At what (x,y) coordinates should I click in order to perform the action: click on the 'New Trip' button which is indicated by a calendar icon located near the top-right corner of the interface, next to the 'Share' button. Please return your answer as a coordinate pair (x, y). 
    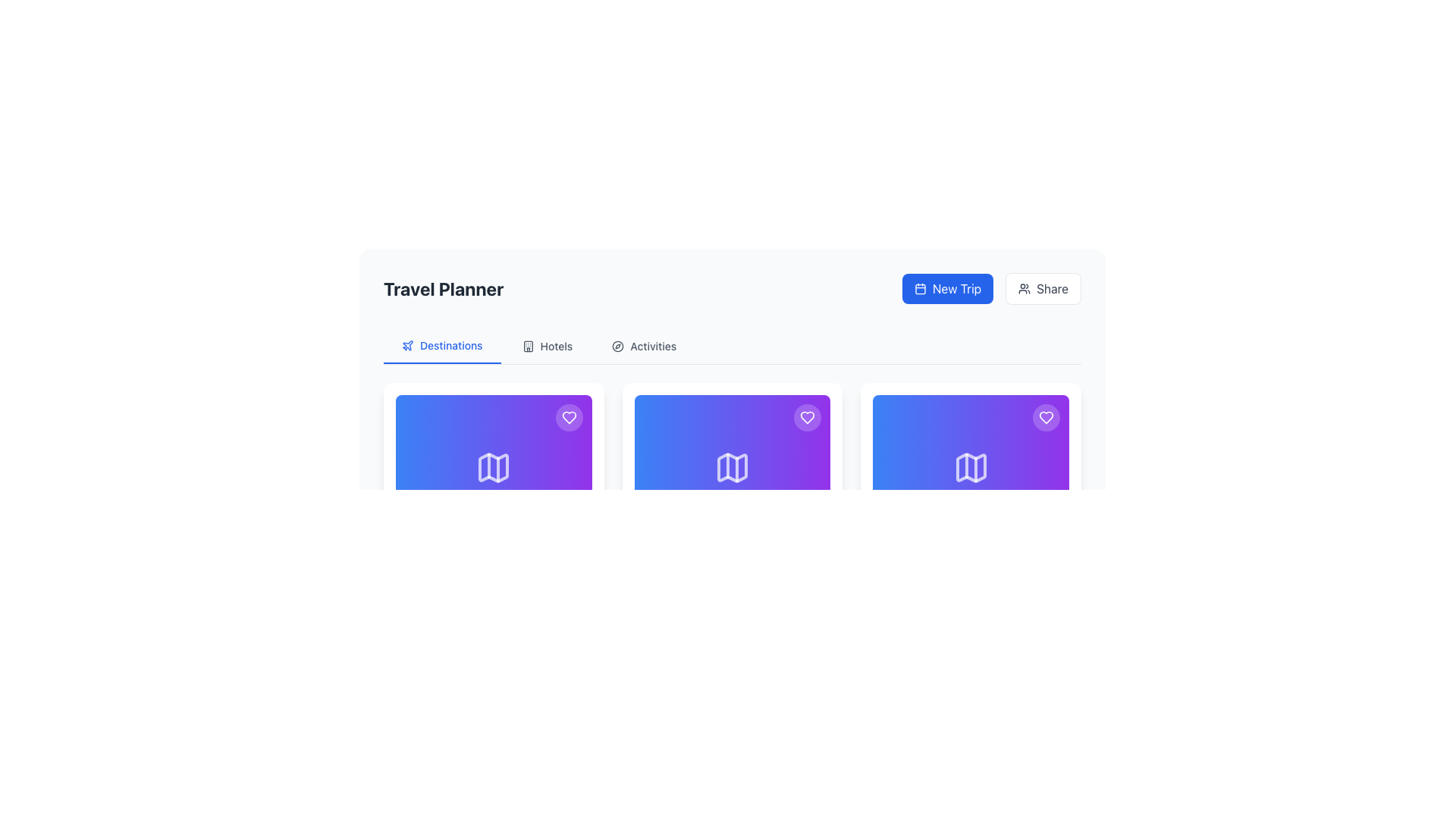
    Looking at the image, I should click on (920, 289).